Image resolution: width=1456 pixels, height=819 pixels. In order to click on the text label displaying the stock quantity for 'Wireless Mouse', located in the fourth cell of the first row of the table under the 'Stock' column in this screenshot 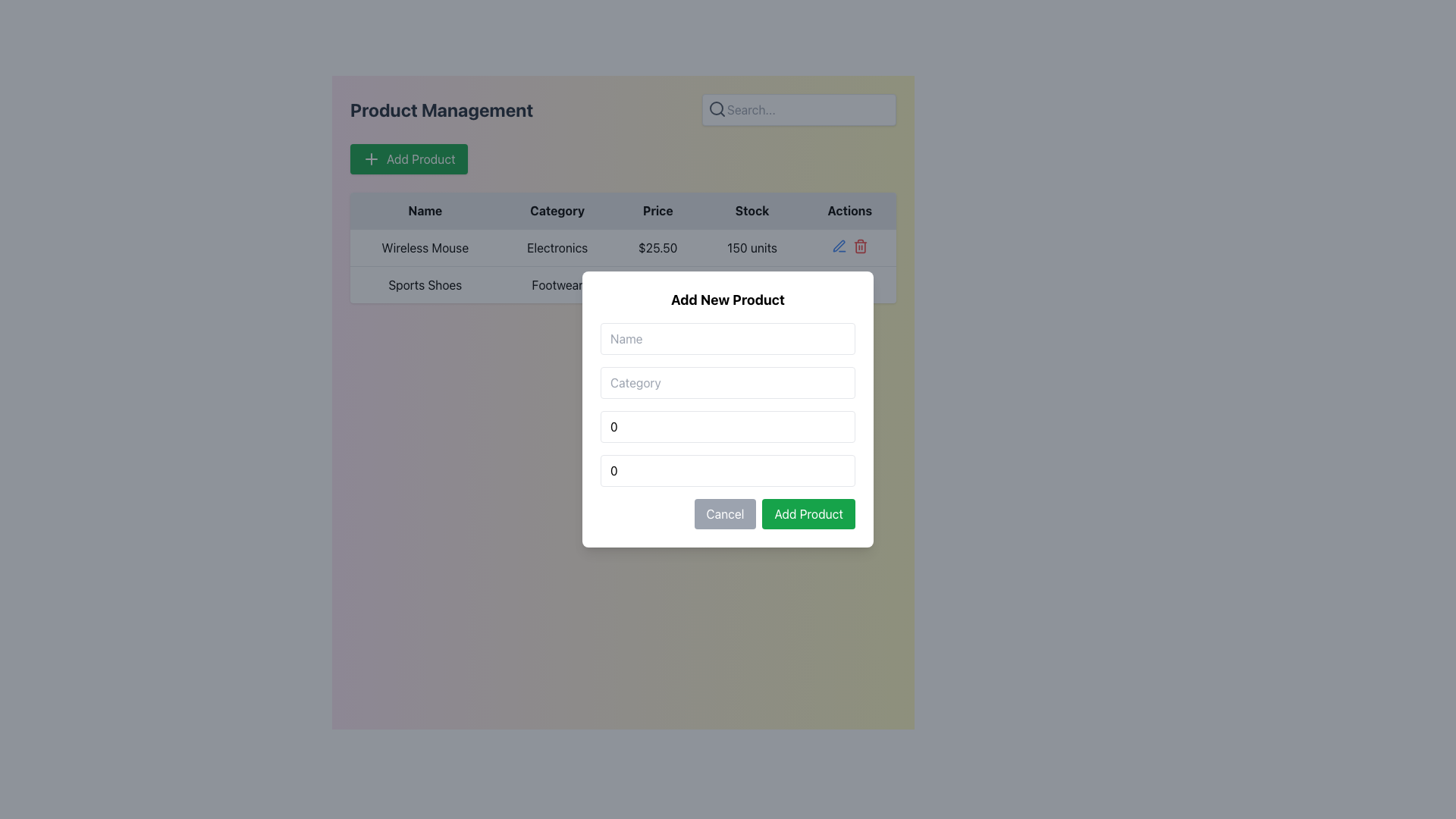, I will do `click(752, 247)`.